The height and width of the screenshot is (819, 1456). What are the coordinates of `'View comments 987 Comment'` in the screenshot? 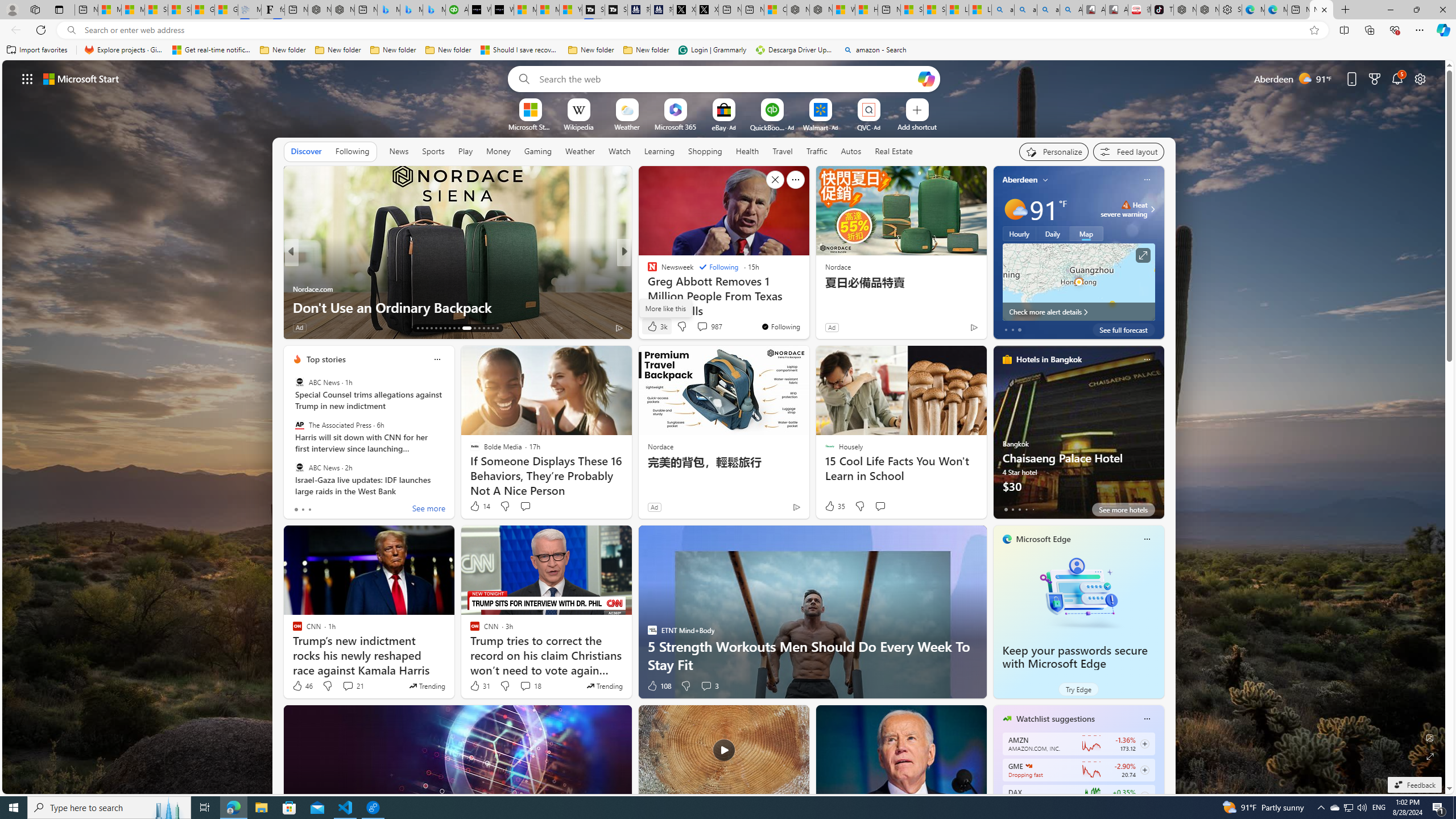 It's located at (709, 325).